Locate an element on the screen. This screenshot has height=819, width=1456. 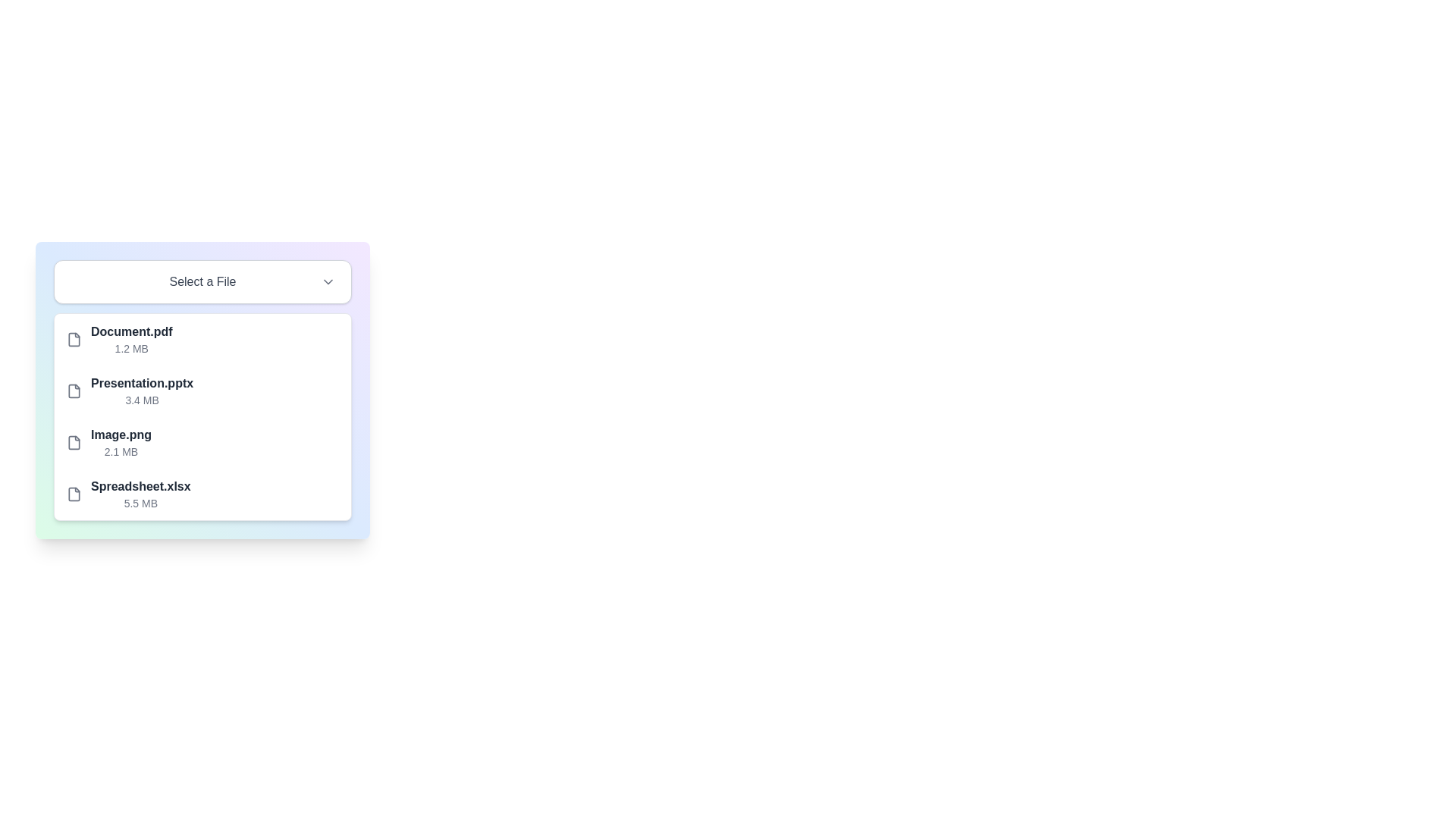
the file type icon located to the left of the text 'Document.pdf' is located at coordinates (73, 338).